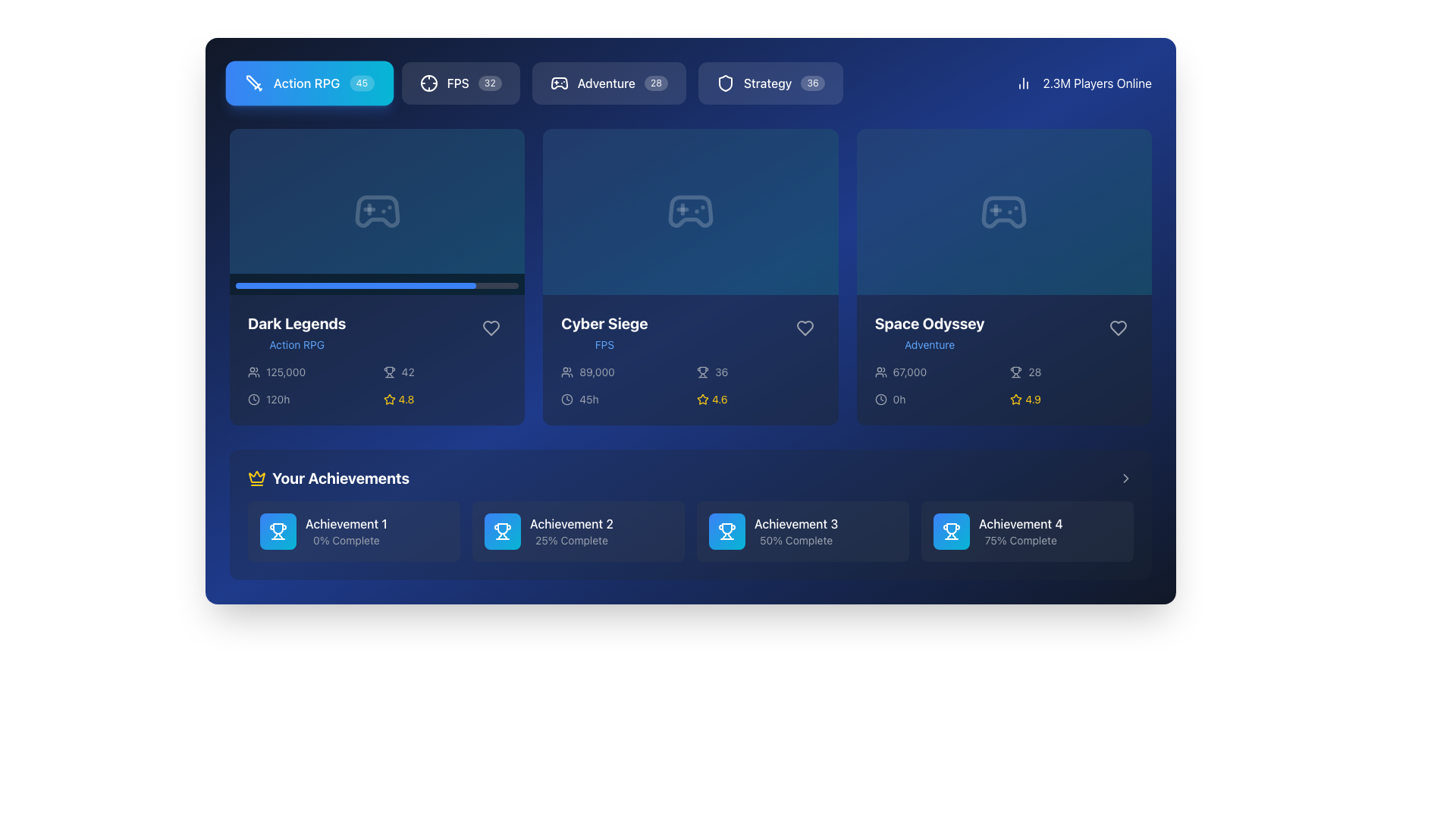 The height and width of the screenshot is (819, 1456). What do you see at coordinates (345, 531) in the screenshot?
I see `the textual display block showing 'Achievement 1' with the subtitle '0% Complete', located in the 'Your Achievements' section` at bounding box center [345, 531].